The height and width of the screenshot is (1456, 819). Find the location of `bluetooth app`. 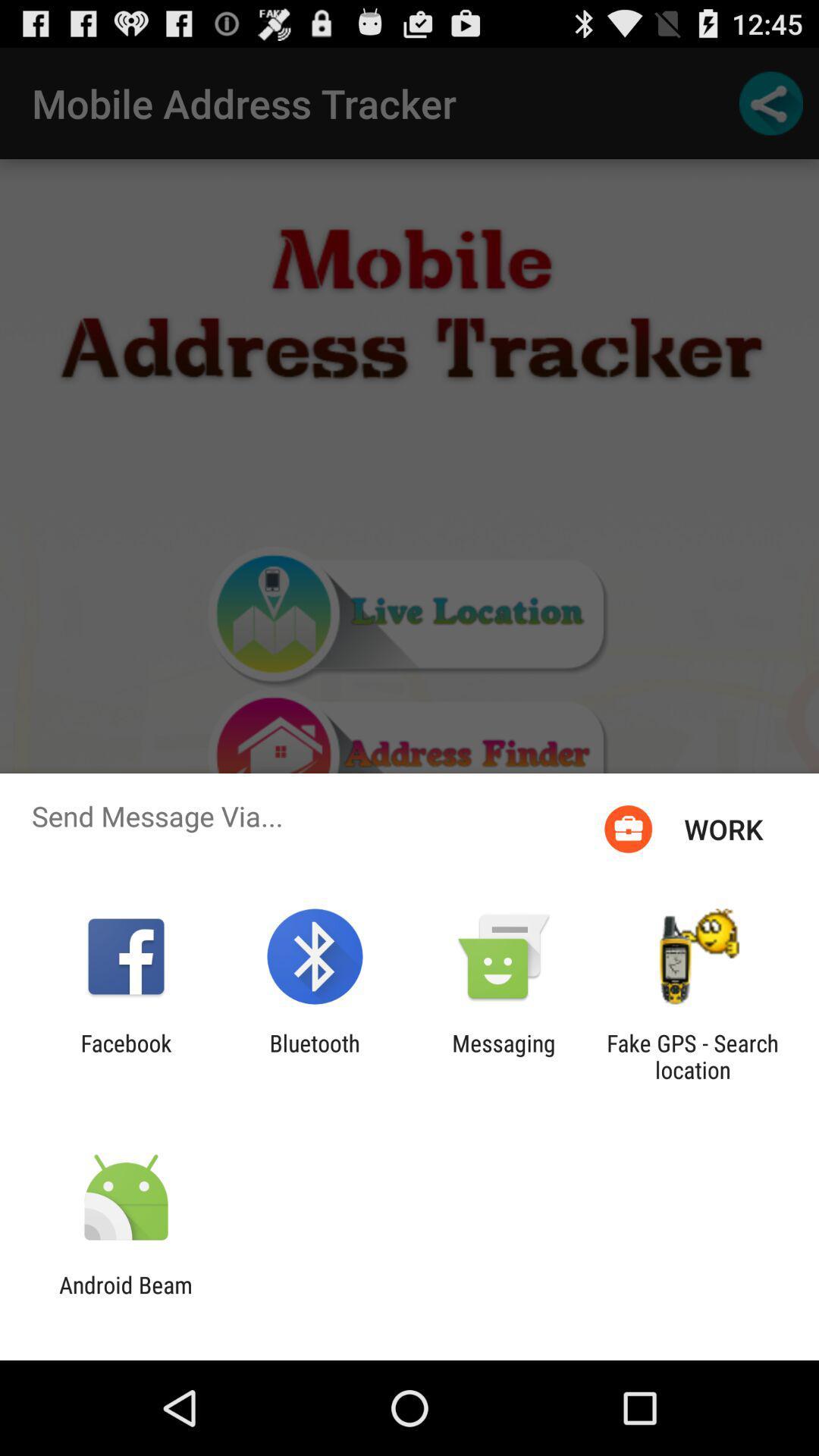

bluetooth app is located at coordinates (314, 1056).